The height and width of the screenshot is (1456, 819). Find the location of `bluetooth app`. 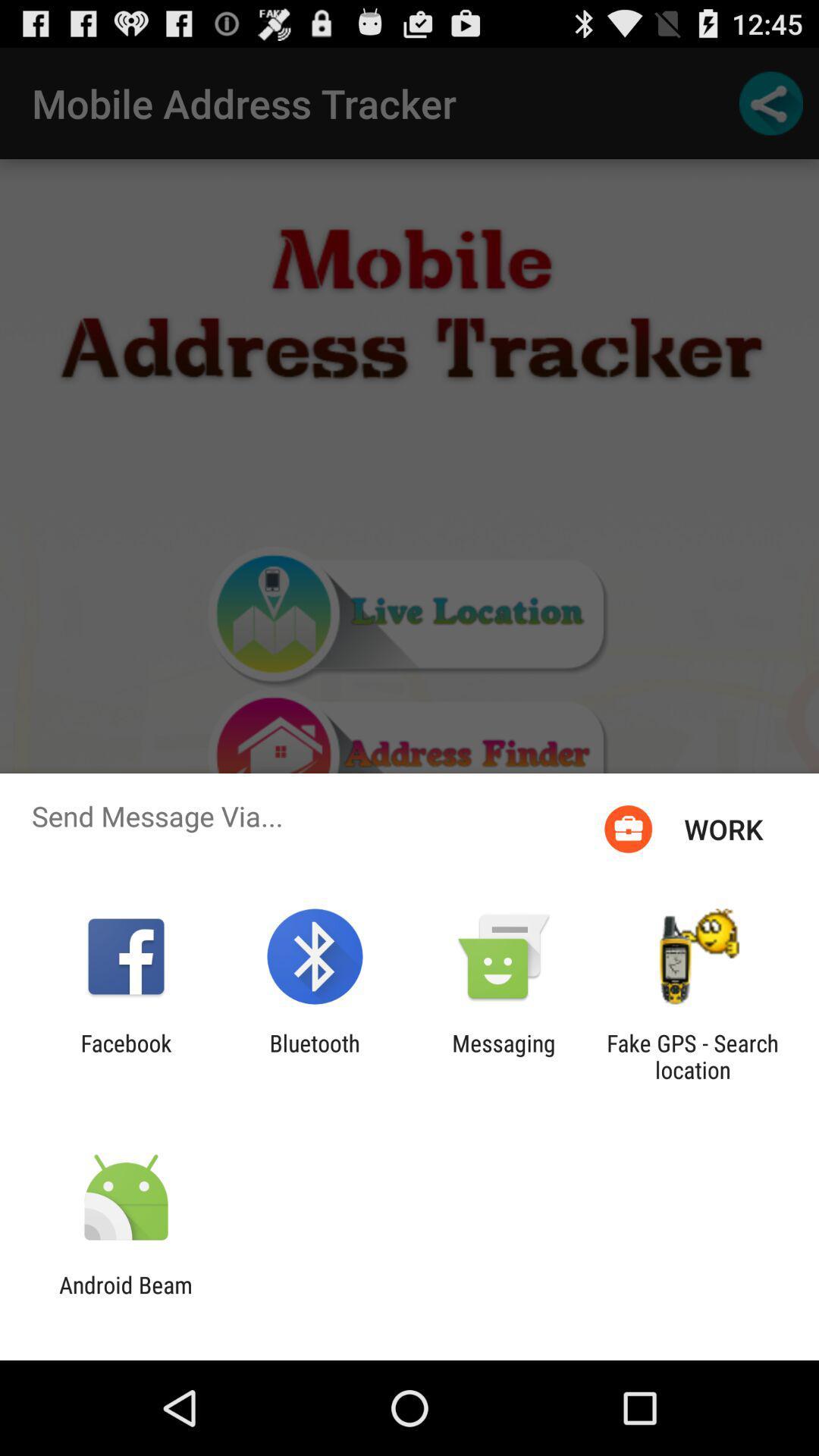

bluetooth app is located at coordinates (314, 1056).